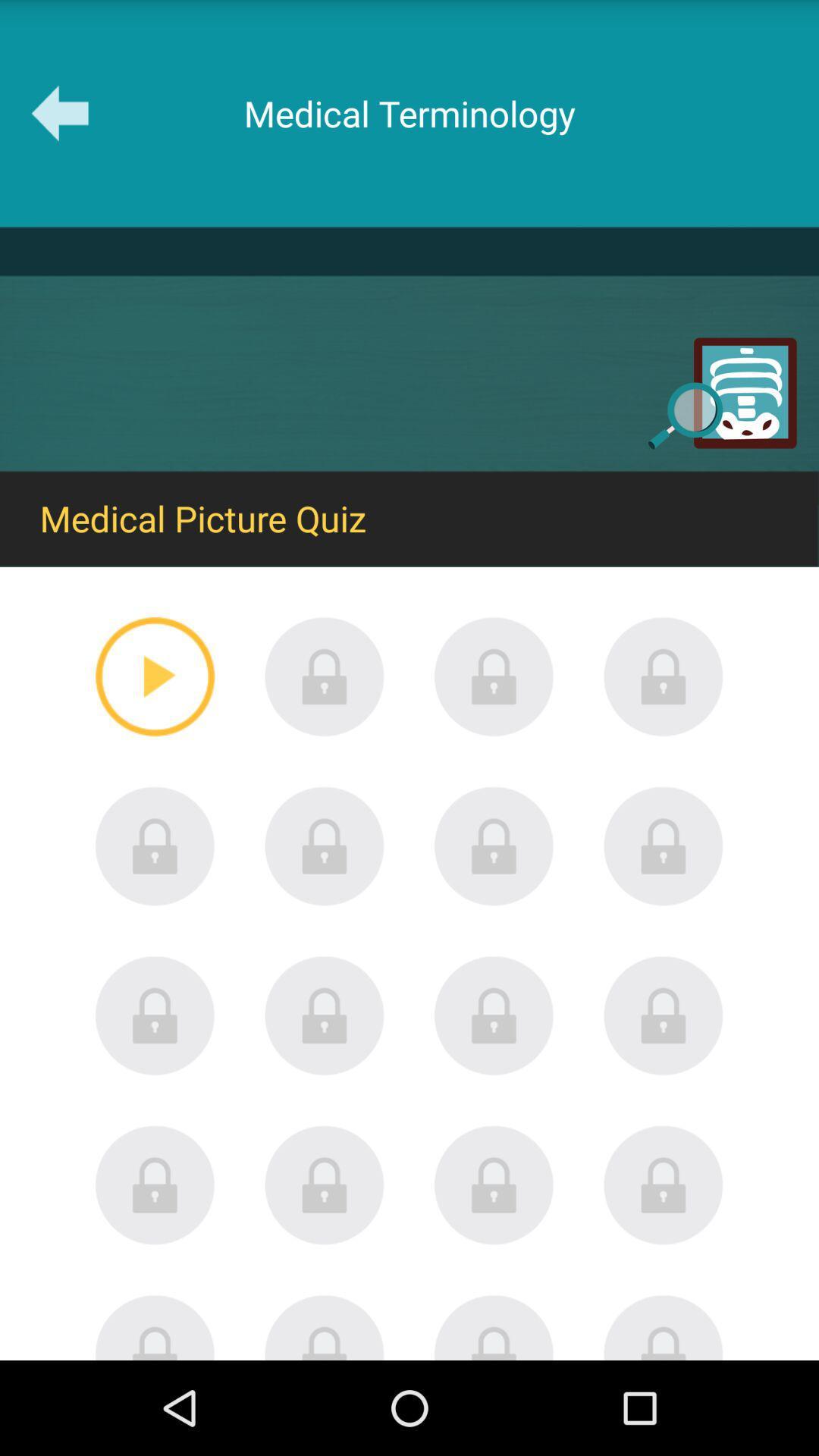  What do you see at coordinates (663, 1268) in the screenshot?
I see `the lock icon` at bounding box center [663, 1268].